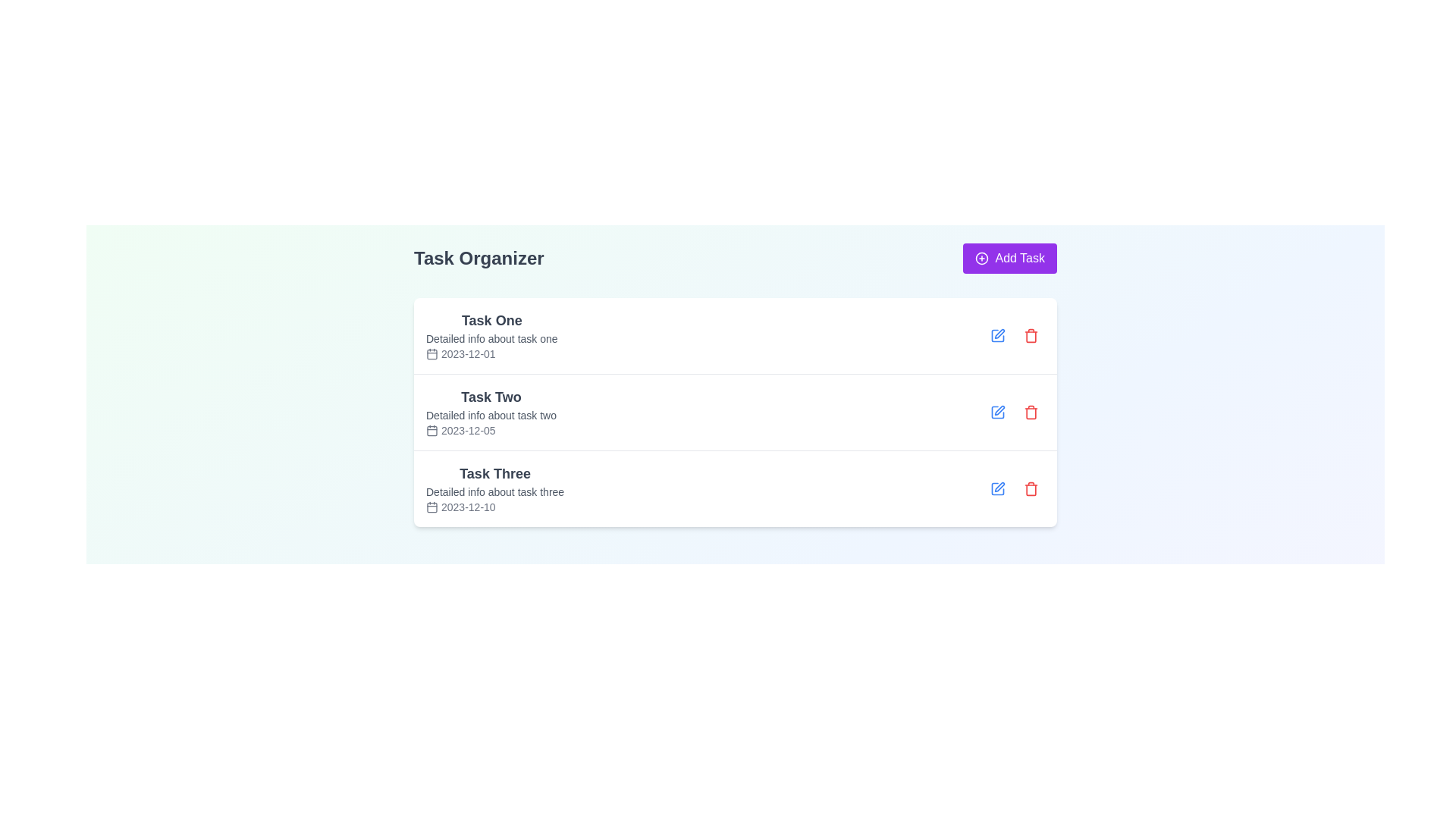 Image resolution: width=1456 pixels, height=819 pixels. What do you see at coordinates (491, 397) in the screenshot?
I see `the text label displaying the title 'Task Two', which is in bold and dark gray, located in the center region of the application interface under the 'Task Organizer' header` at bounding box center [491, 397].